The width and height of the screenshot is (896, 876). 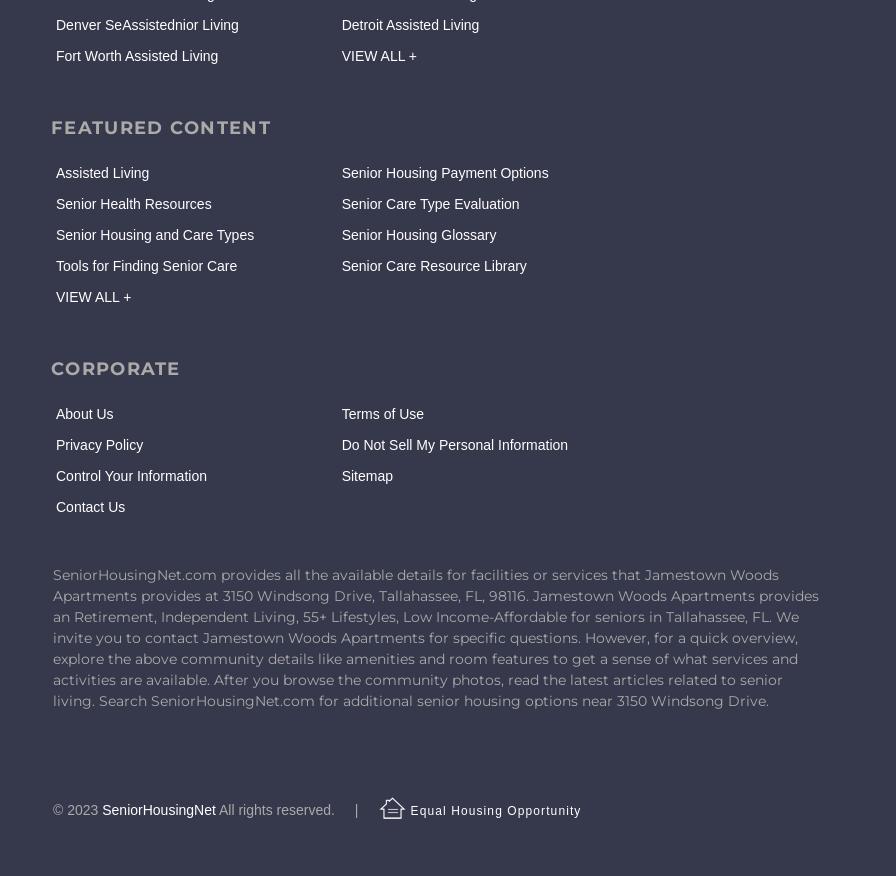 What do you see at coordinates (136, 54) in the screenshot?
I see `'Fort Worth Assisted Living'` at bounding box center [136, 54].